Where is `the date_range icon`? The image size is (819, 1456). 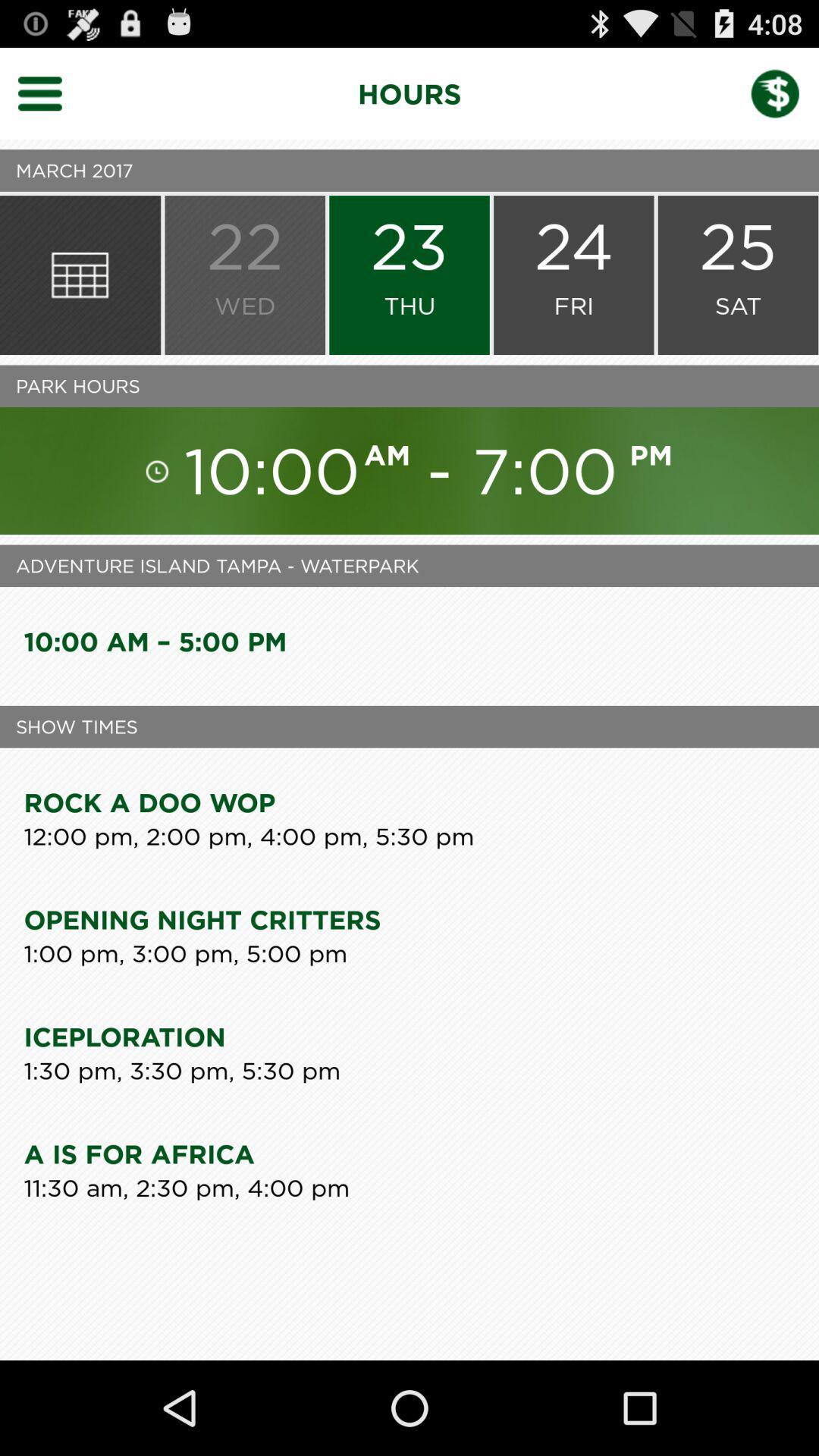 the date_range icon is located at coordinates (80, 294).